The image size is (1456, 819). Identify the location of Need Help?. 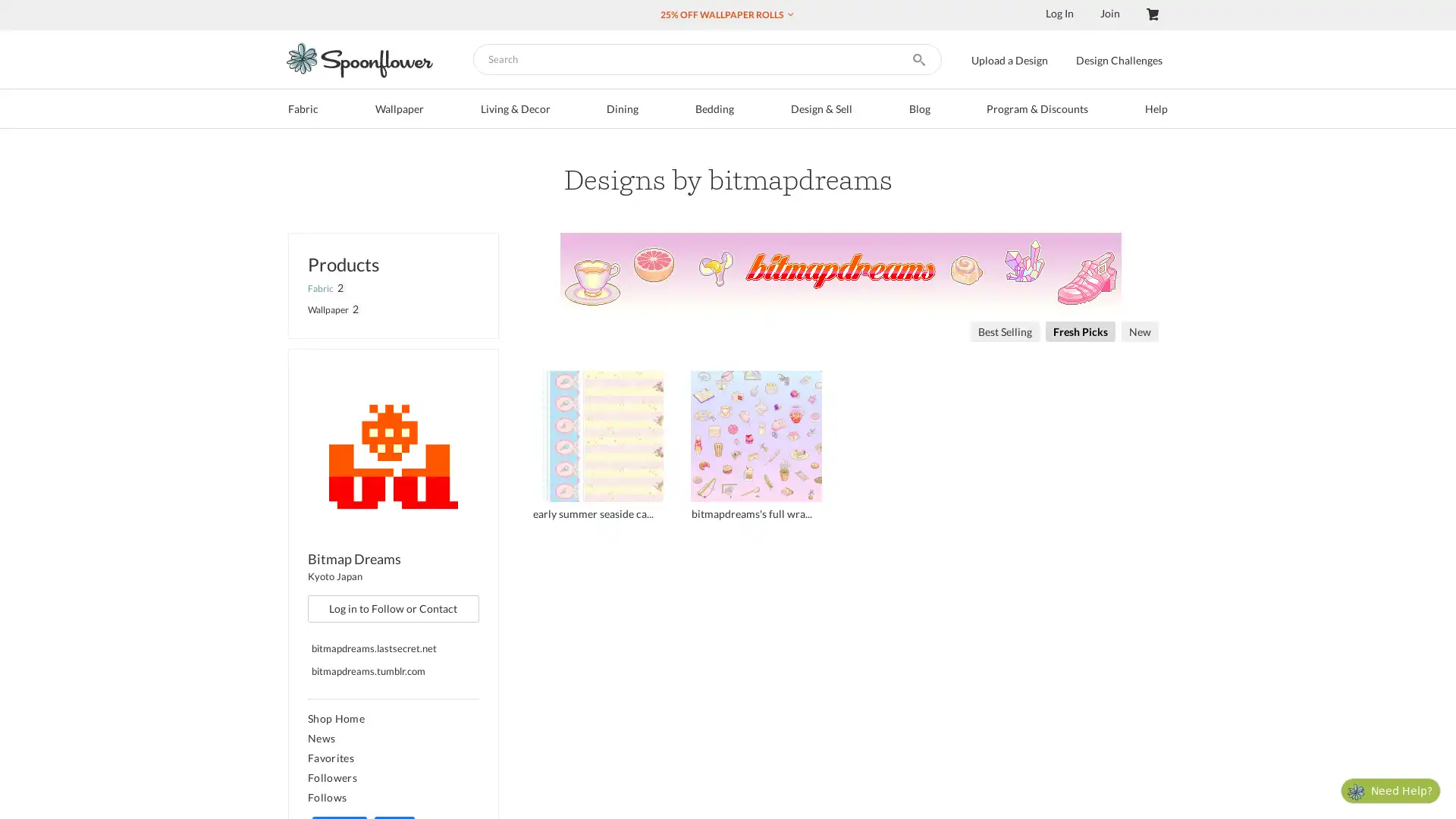
(1390, 789).